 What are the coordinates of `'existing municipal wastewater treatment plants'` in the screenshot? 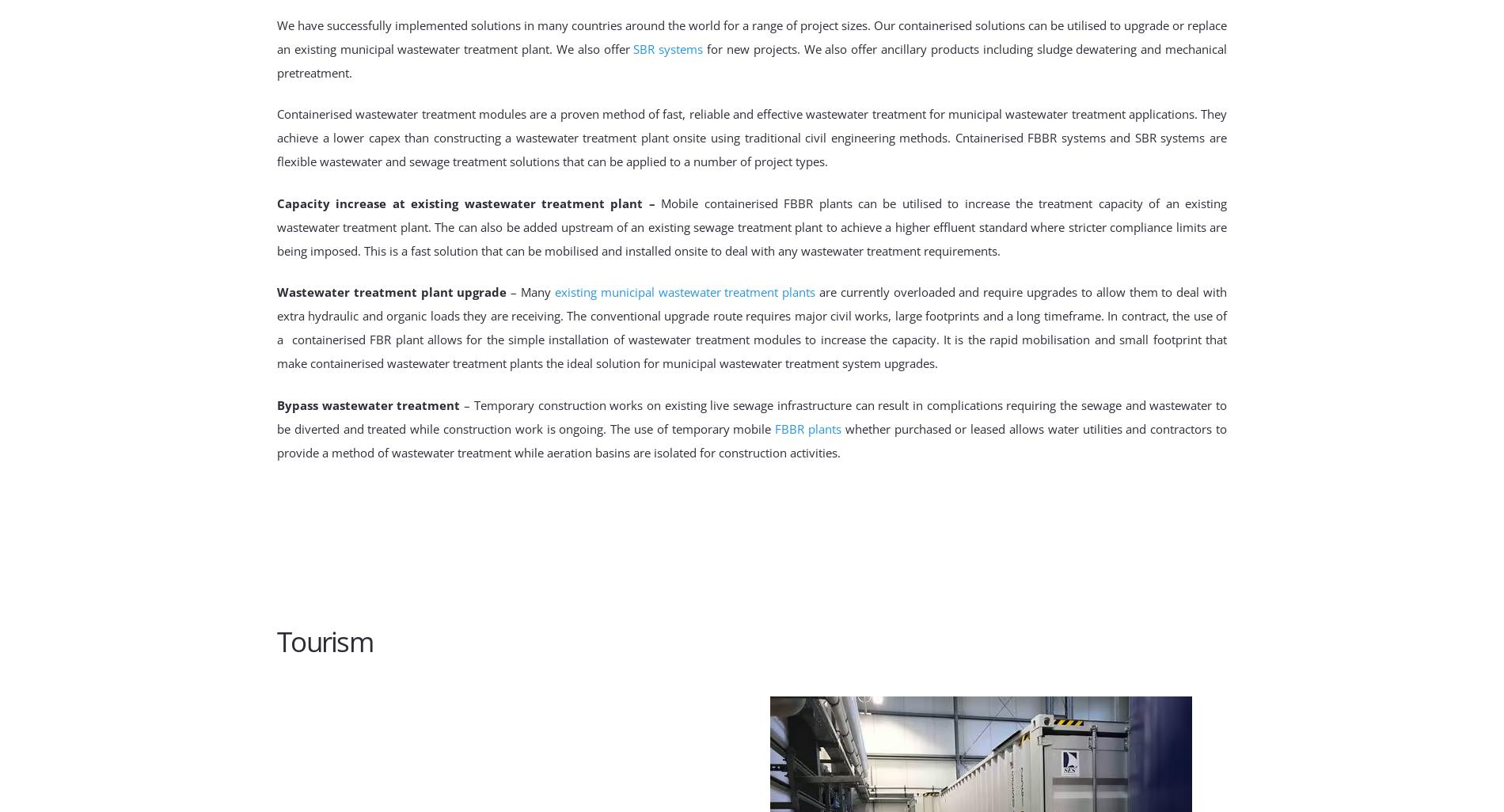 It's located at (684, 290).